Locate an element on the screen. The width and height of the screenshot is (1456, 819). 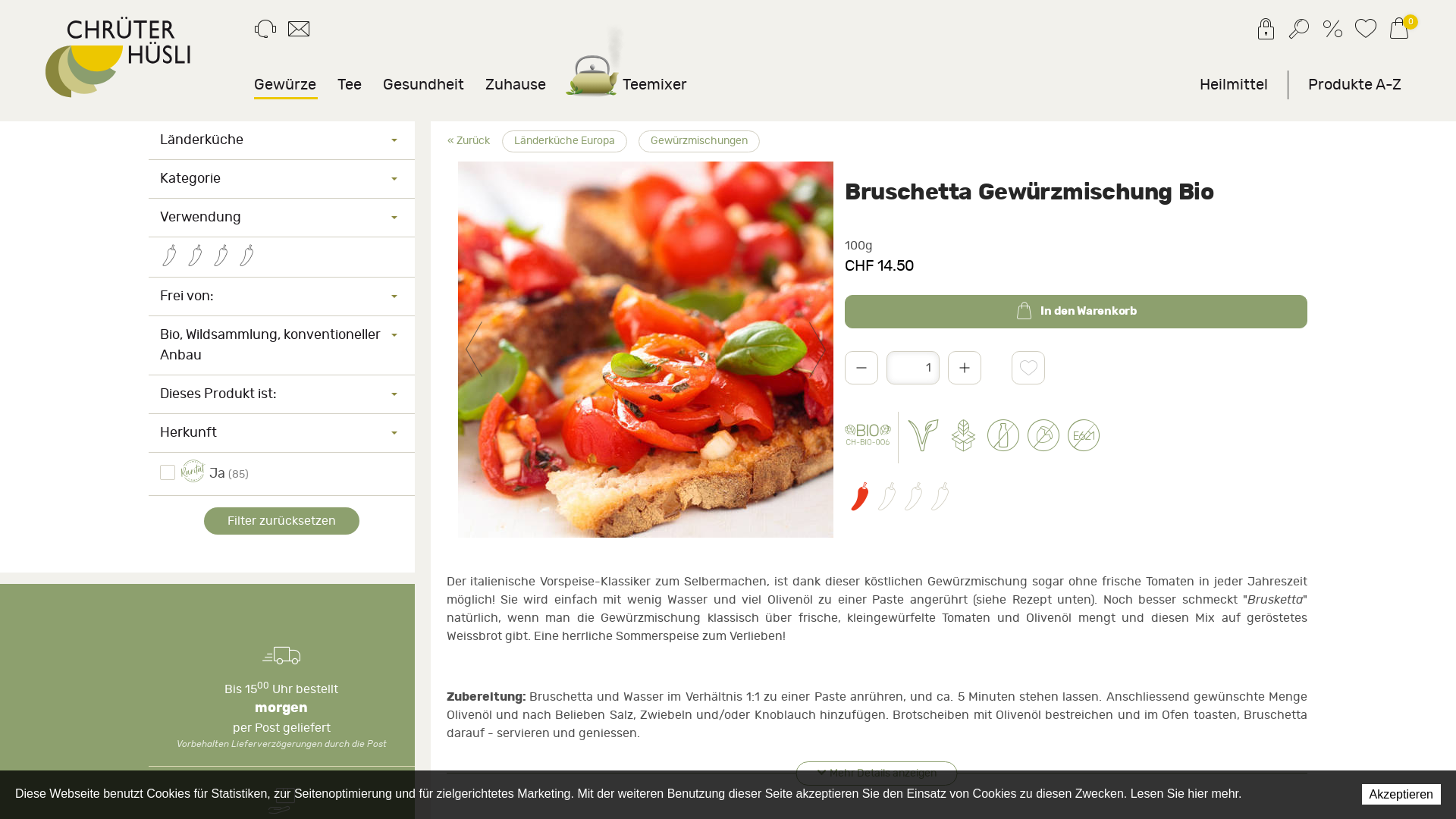
'Heilmittel' is located at coordinates (1234, 84).